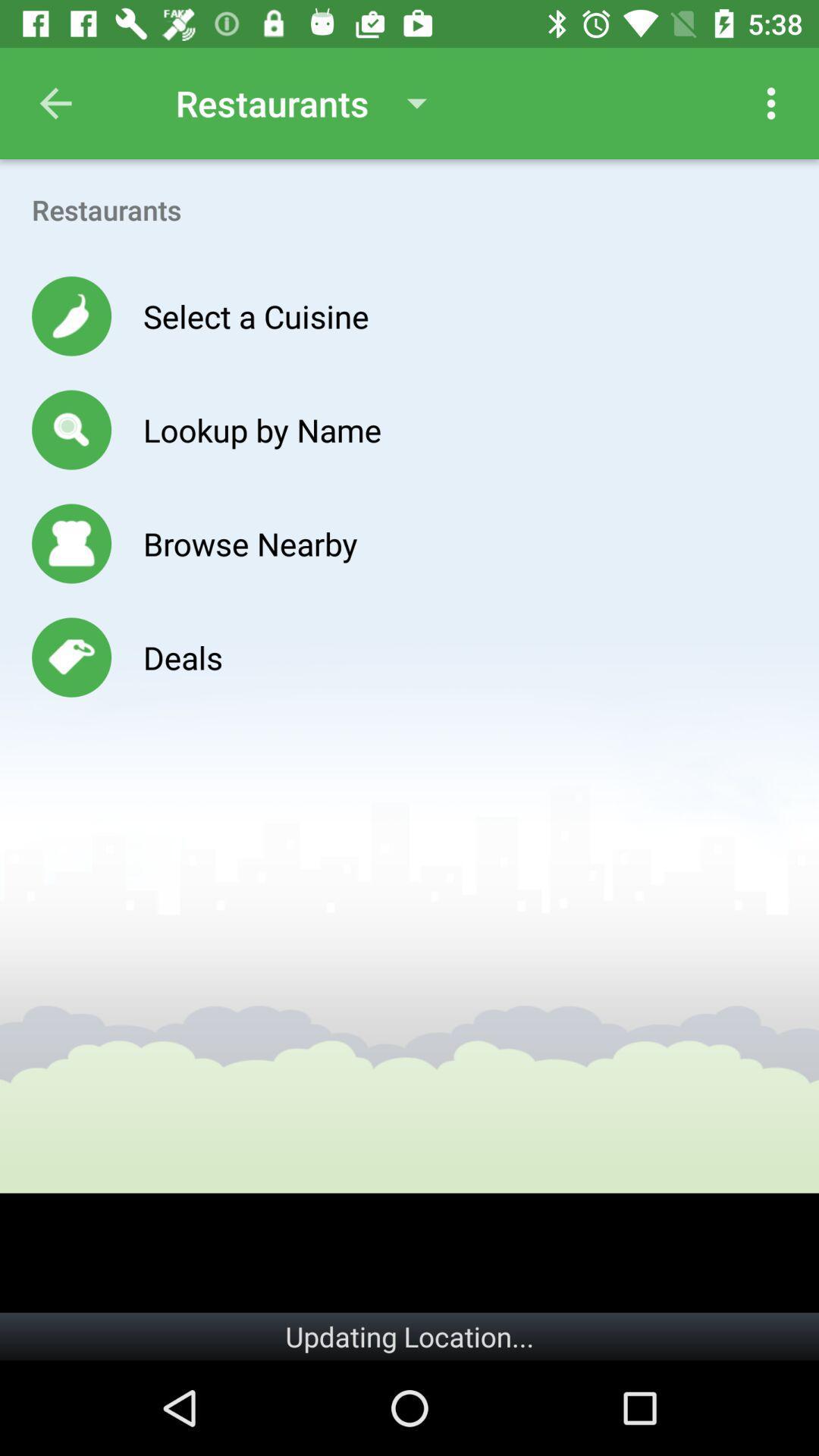 This screenshot has height=1456, width=819. Describe the element at coordinates (249, 543) in the screenshot. I see `the item above deals` at that location.